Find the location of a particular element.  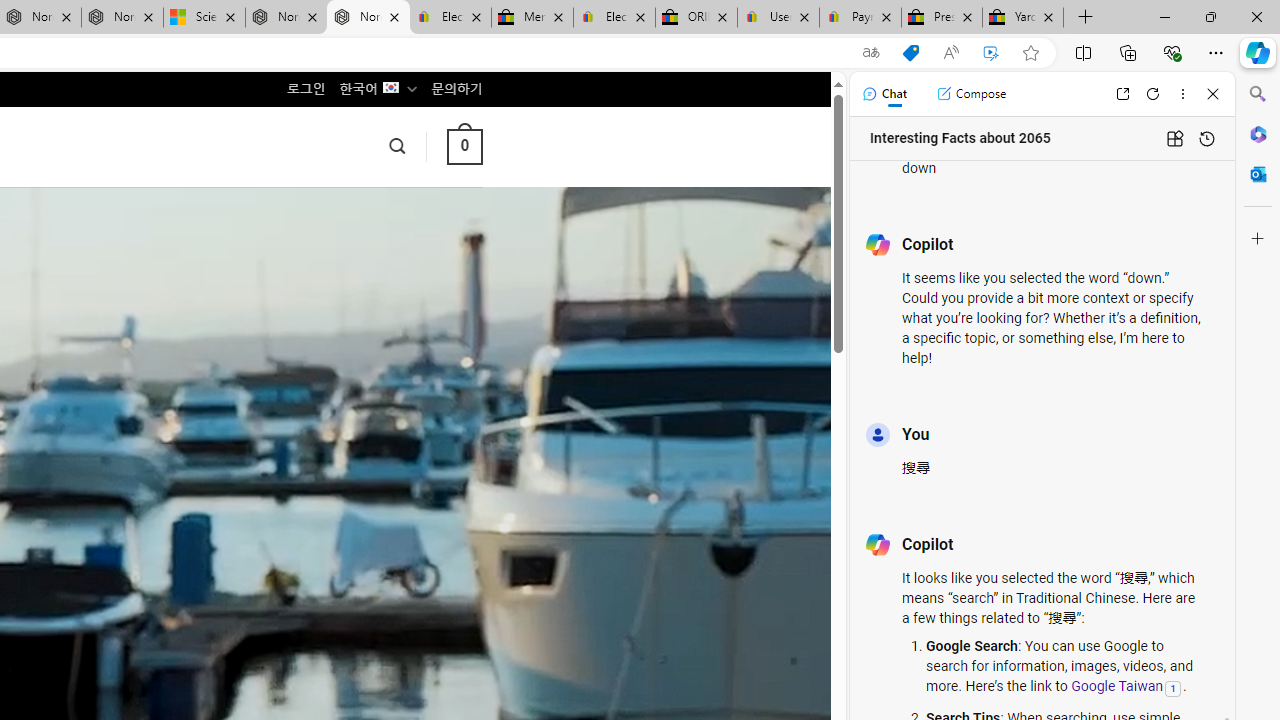

'Minimize' is located at coordinates (1164, 16).